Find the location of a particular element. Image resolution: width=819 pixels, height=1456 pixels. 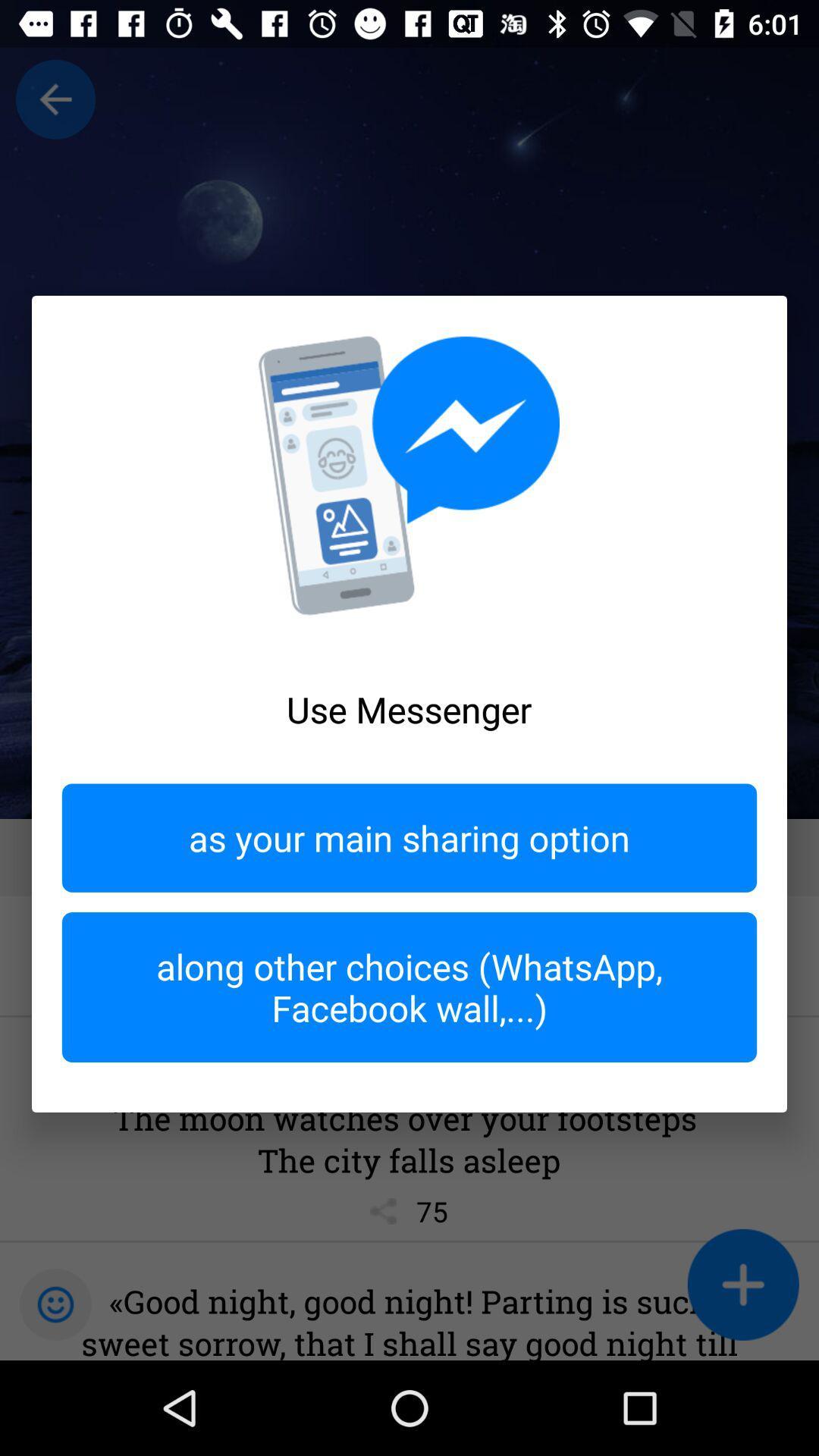

the item above along other choices icon is located at coordinates (409, 837).